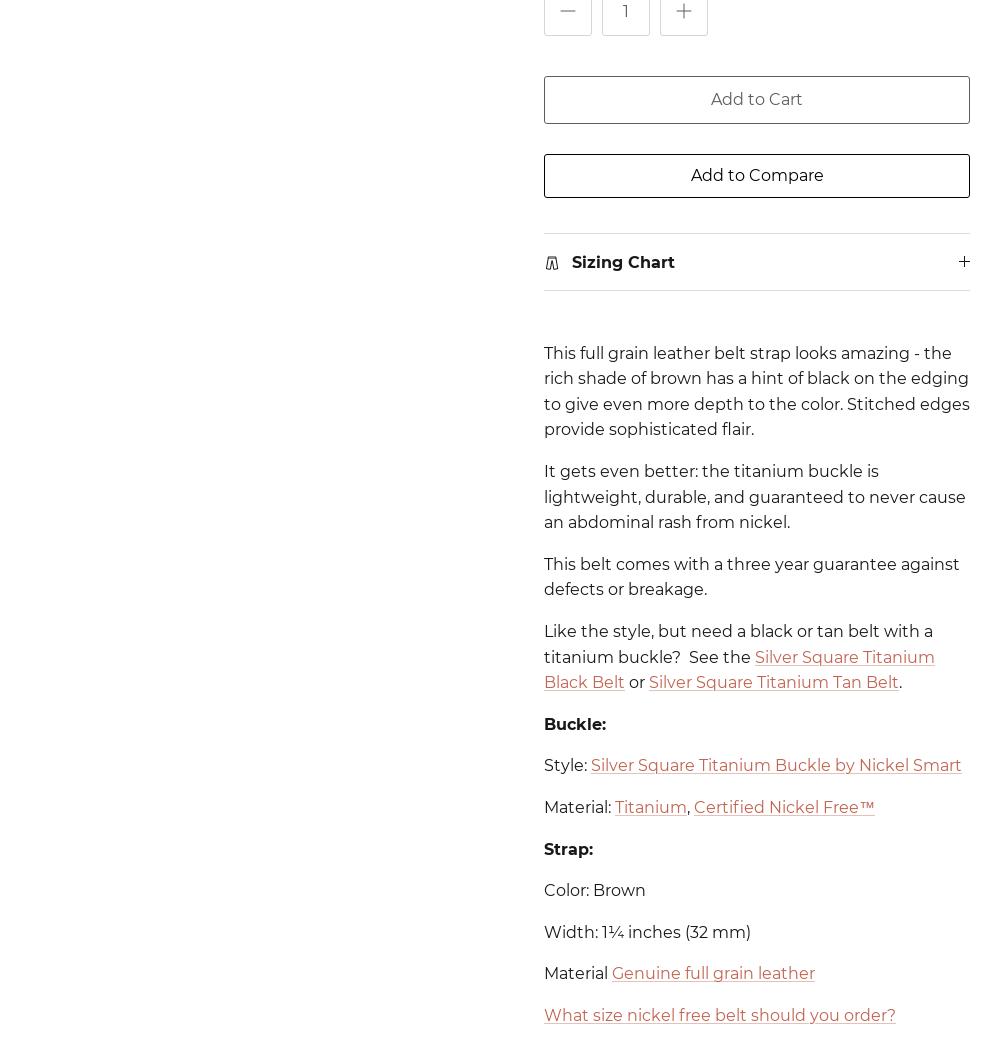 This screenshot has width=1000, height=1041. What do you see at coordinates (750, 730) in the screenshot?
I see `'This sizing chart will work on Nickel Zero® belts too.'` at bounding box center [750, 730].